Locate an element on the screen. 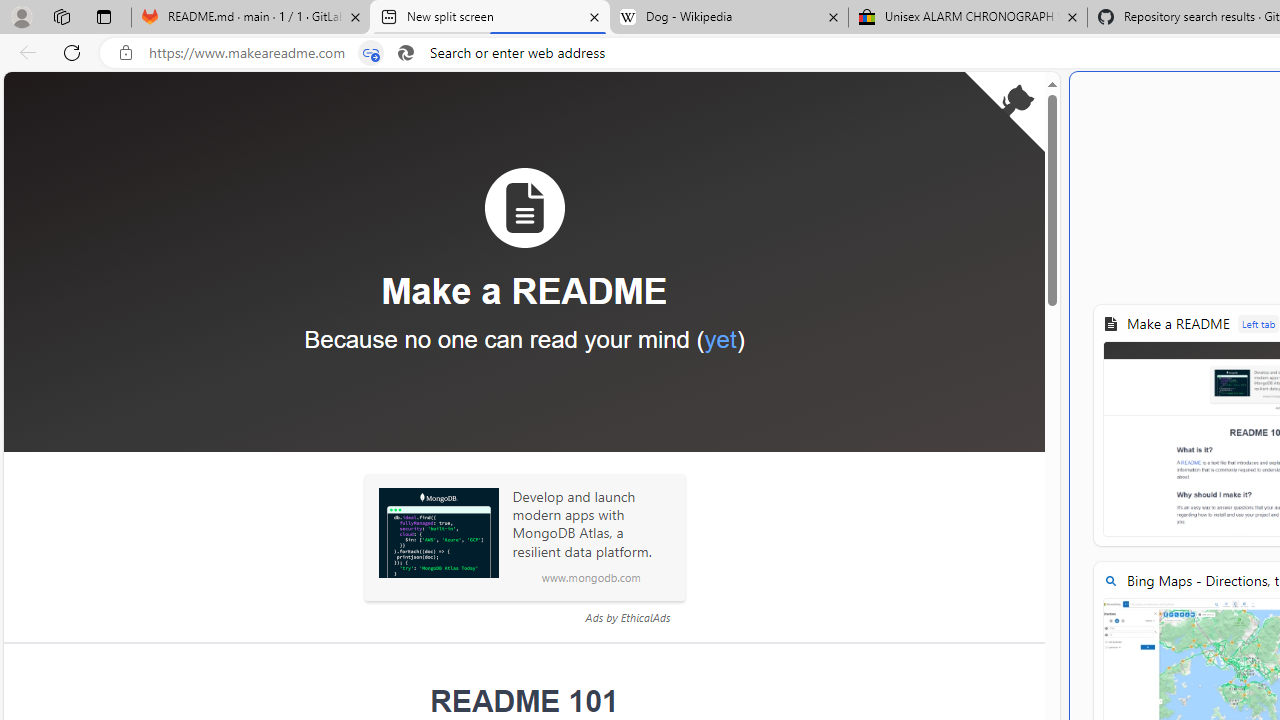 The height and width of the screenshot is (720, 1280). 'Search icon' is located at coordinates (405, 52).